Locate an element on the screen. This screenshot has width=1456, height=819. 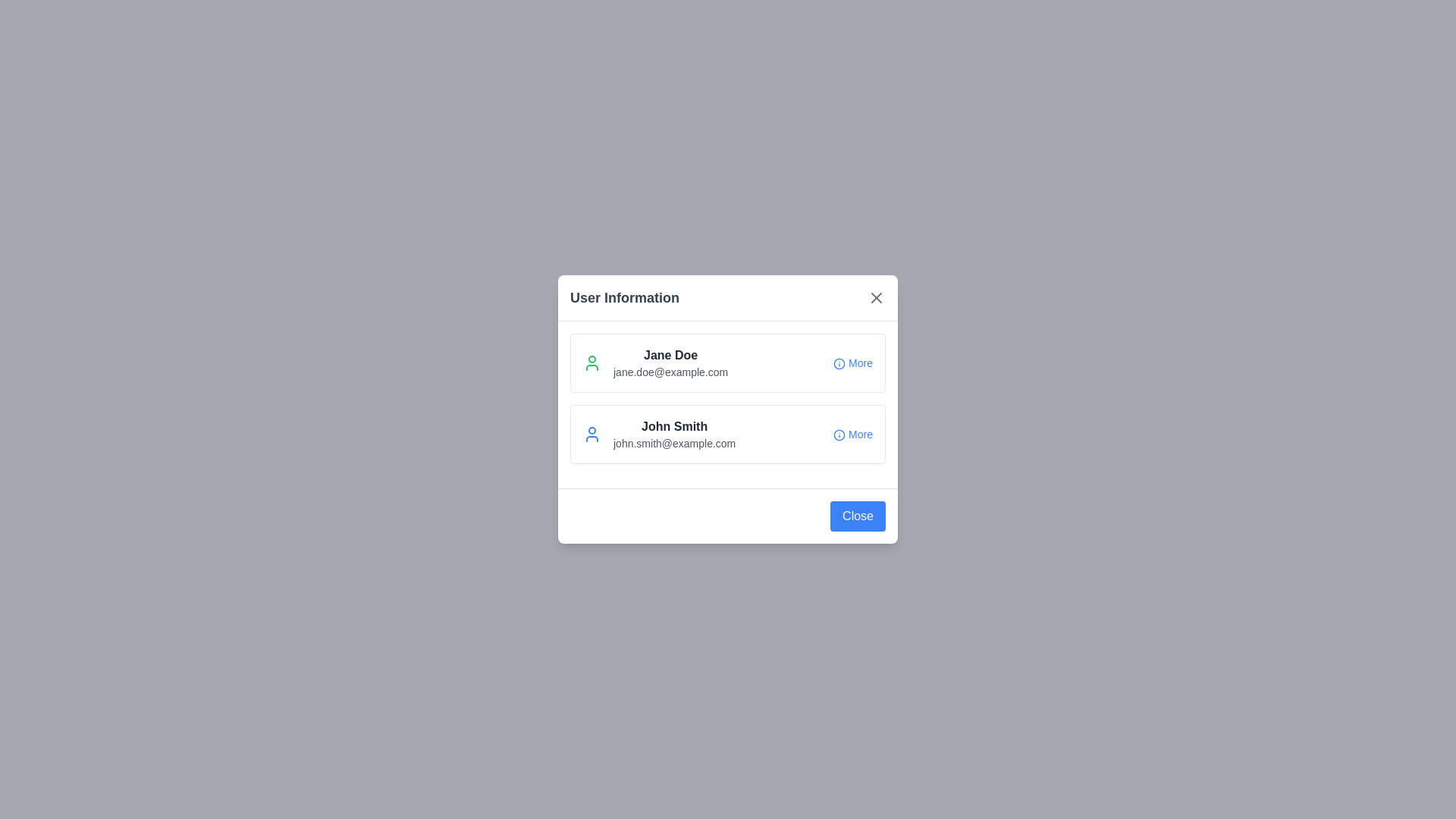
the 'More' button for John Smith is located at coordinates (852, 435).